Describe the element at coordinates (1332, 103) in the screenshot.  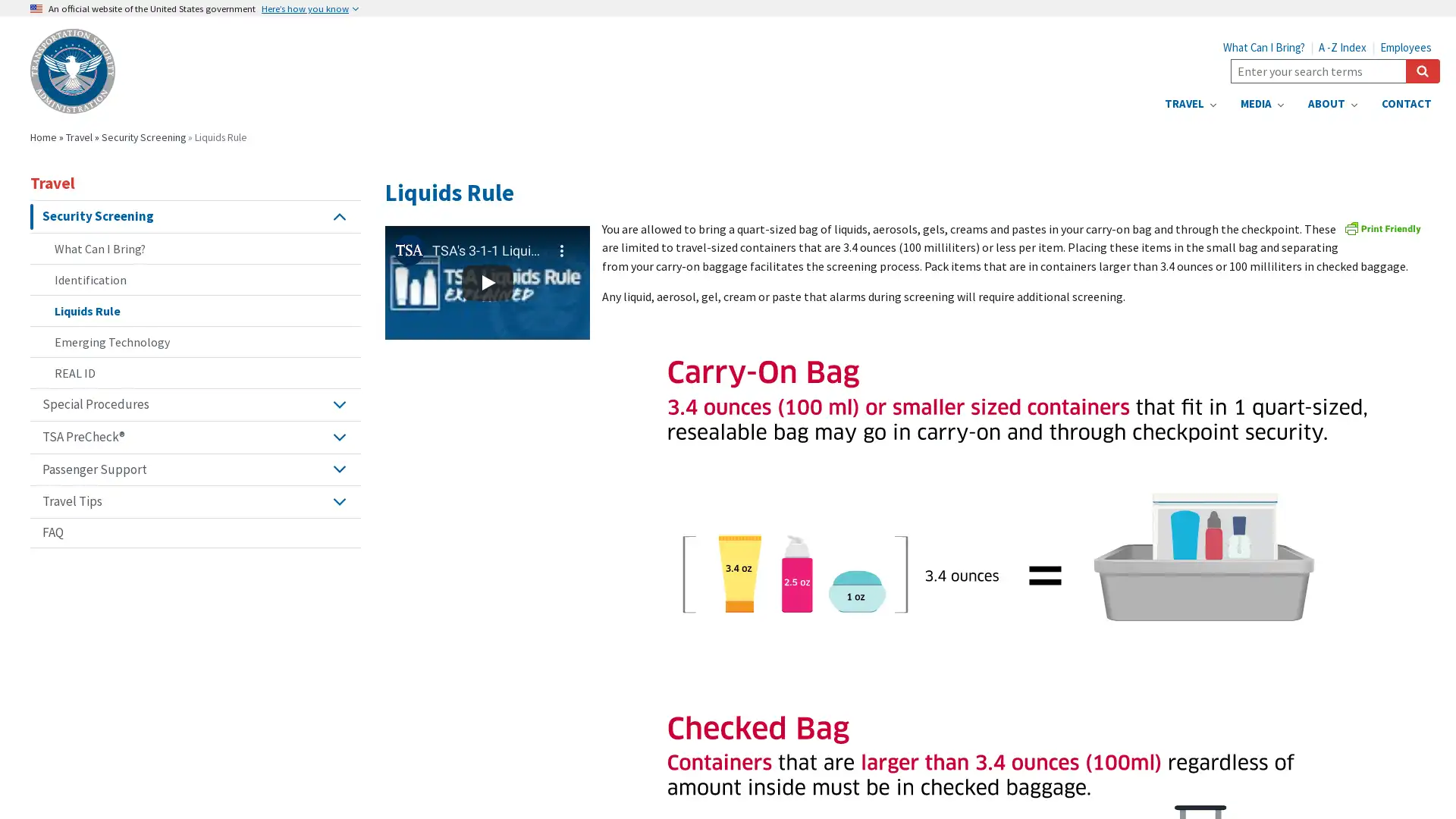
I see `ABOUT` at that location.